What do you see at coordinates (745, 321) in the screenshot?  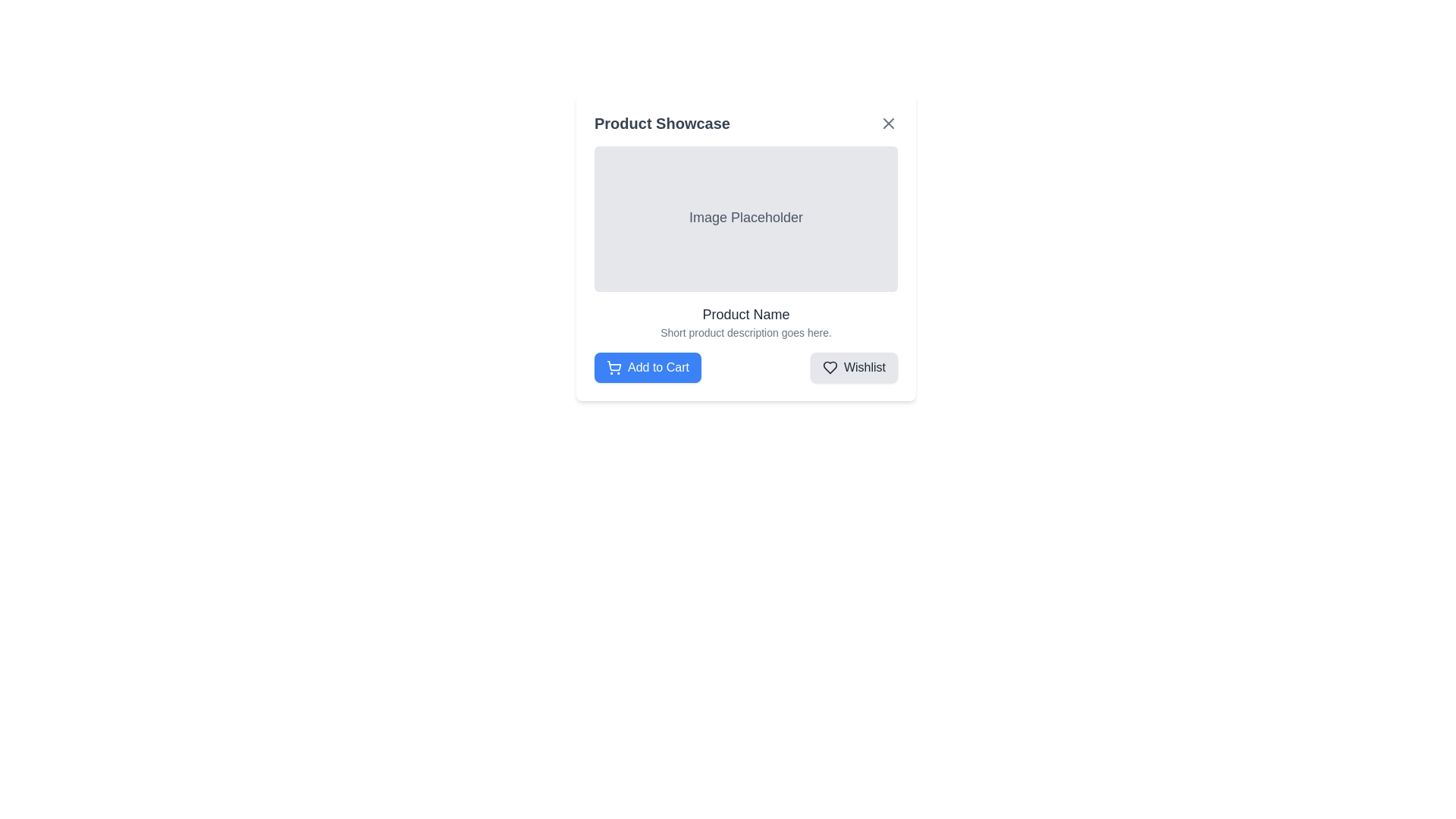 I see `product description from the text block that displays the product name and its smaller description, located at the center of the card layout` at bounding box center [745, 321].